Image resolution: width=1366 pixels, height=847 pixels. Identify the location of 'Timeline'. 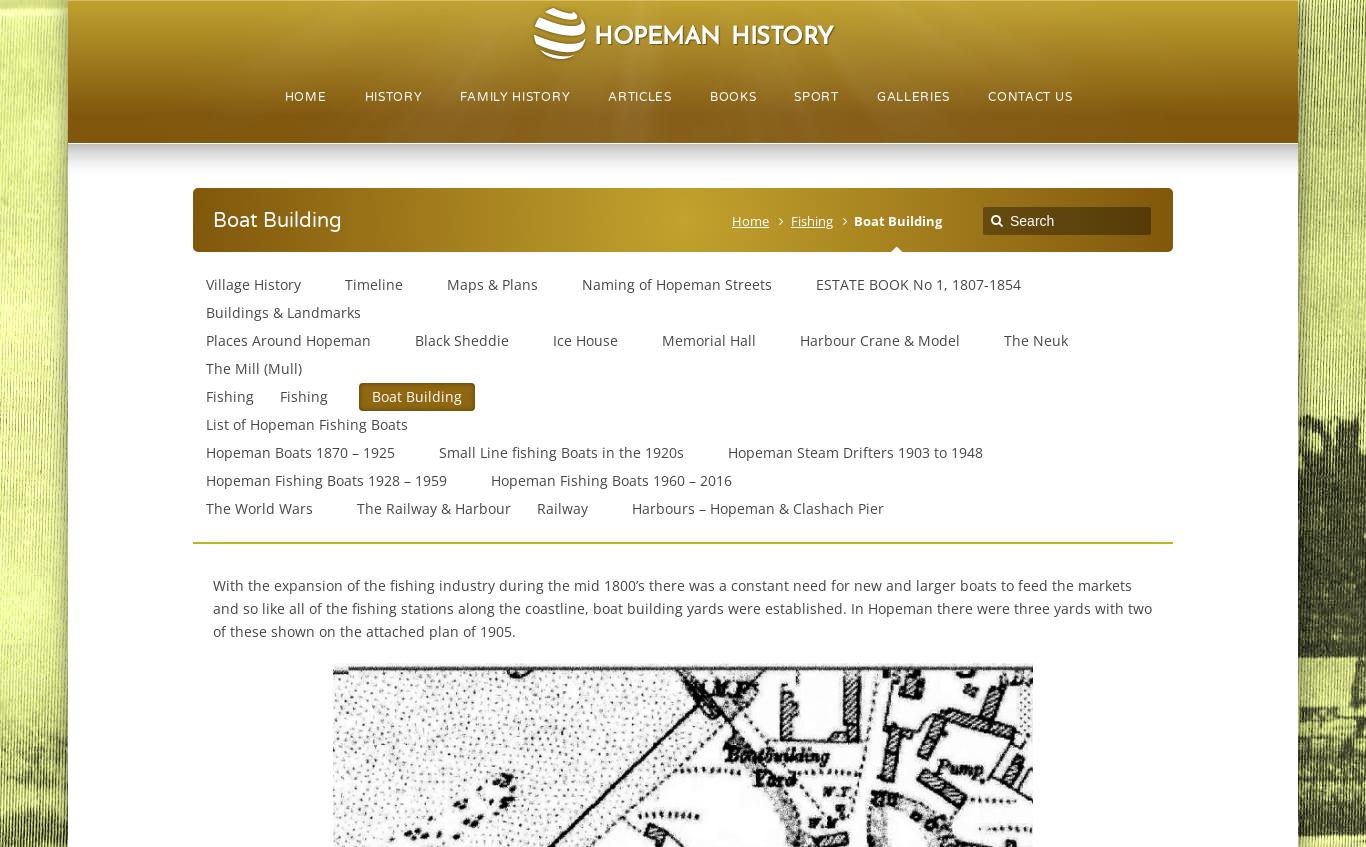
(372, 283).